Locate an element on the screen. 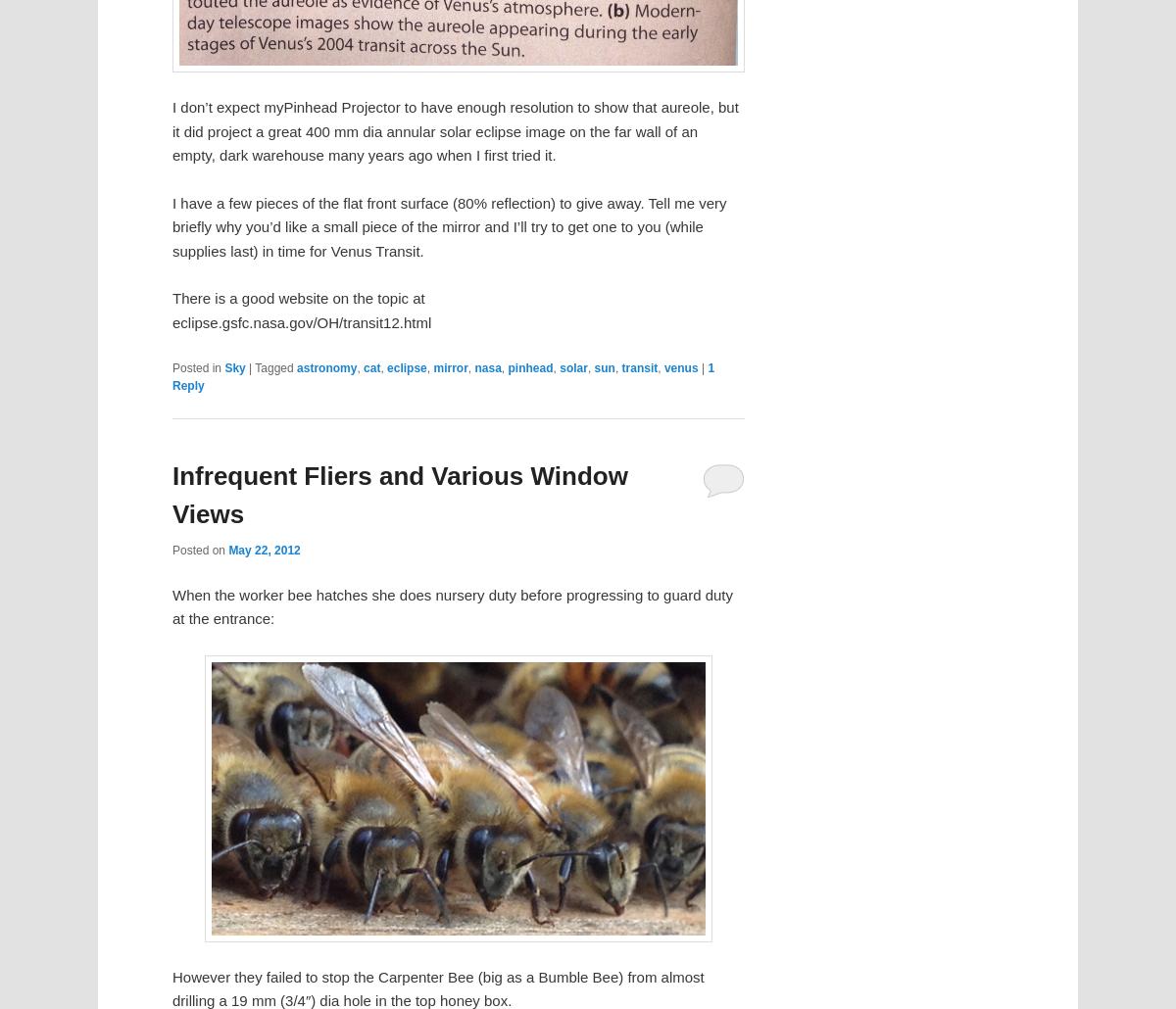 This screenshot has height=1009, width=1176. 'Tagged' is located at coordinates (254, 367).